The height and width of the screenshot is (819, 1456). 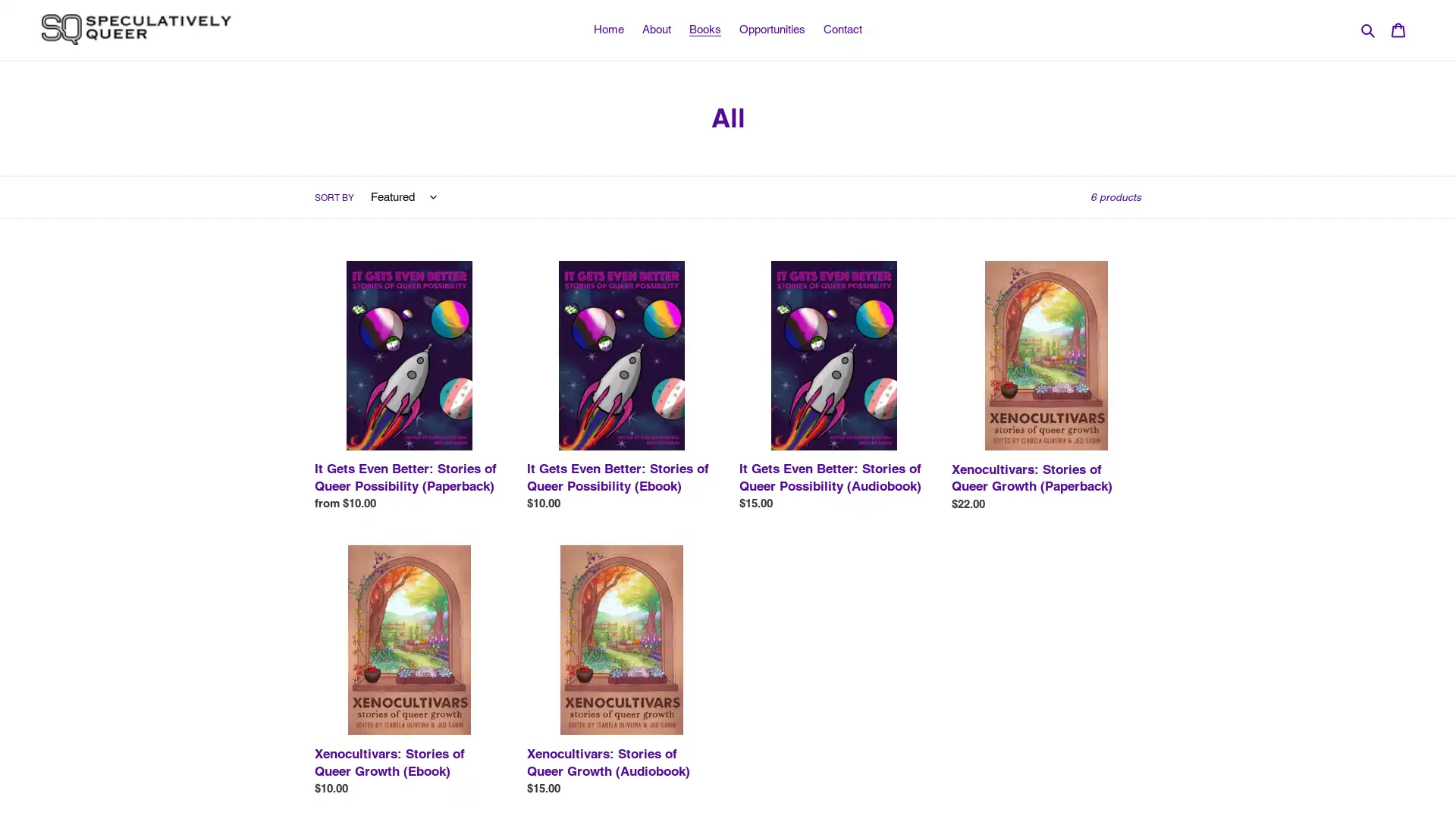 What do you see at coordinates (1369, 29) in the screenshot?
I see `Search` at bounding box center [1369, 29].